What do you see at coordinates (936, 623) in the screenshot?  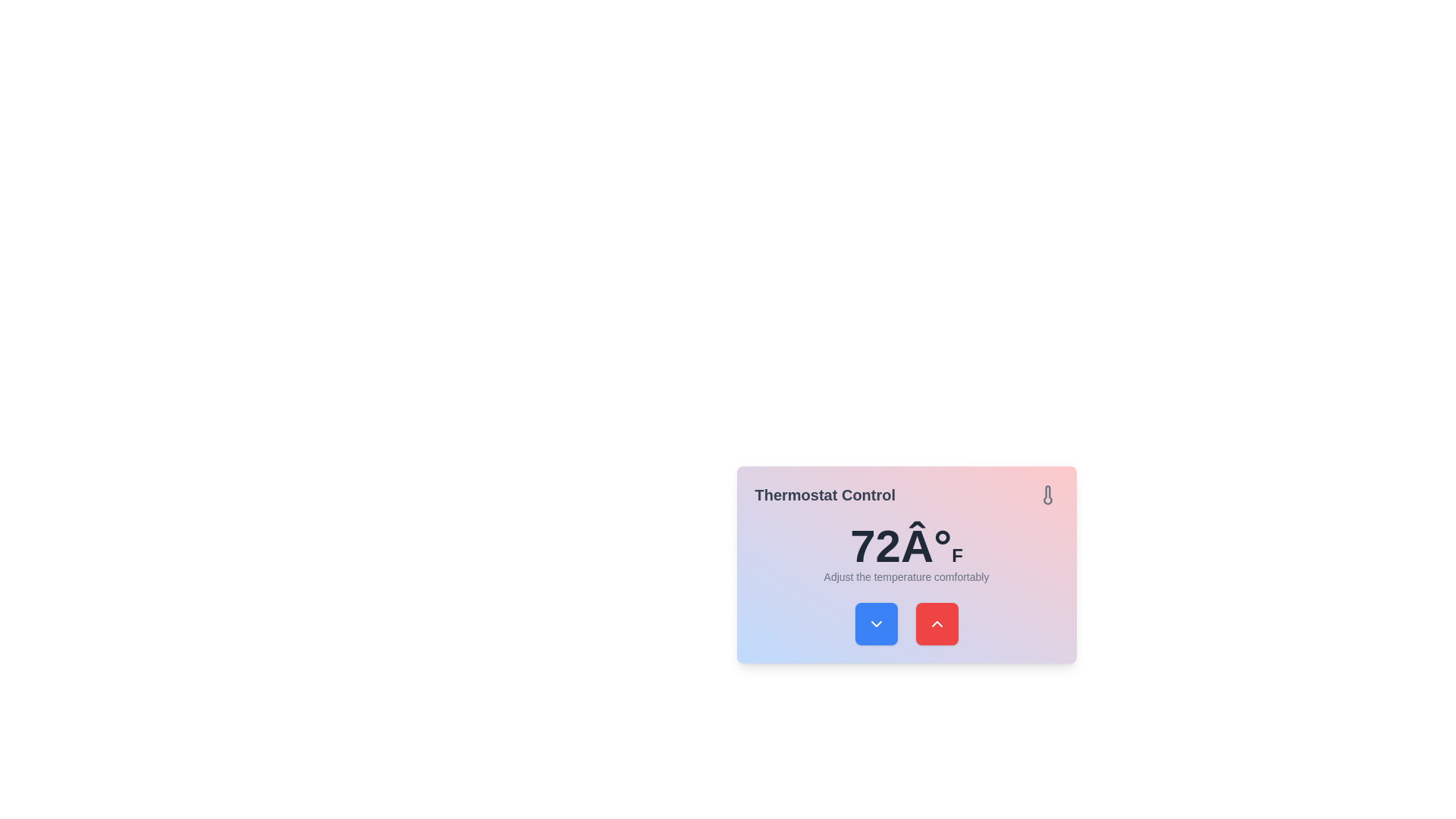 I see `the upward adjustment button for the thermostat located to the right of the blue downward chevron button in the 'Thermostat Control' component to change its color` at bounding box center [936, 623].